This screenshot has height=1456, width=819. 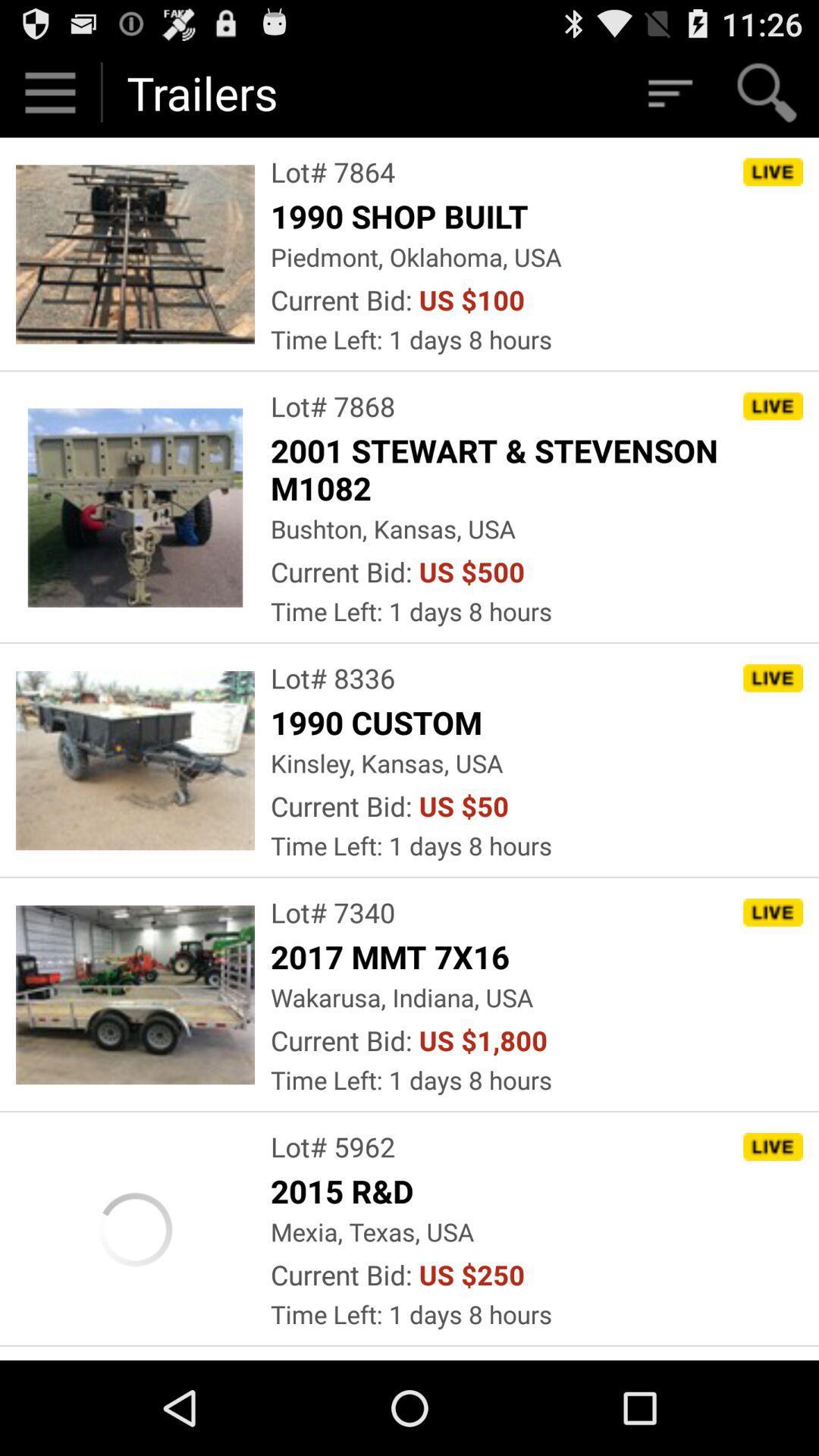 I want to click on icon next to current bid:, so click(x=463, y=805).